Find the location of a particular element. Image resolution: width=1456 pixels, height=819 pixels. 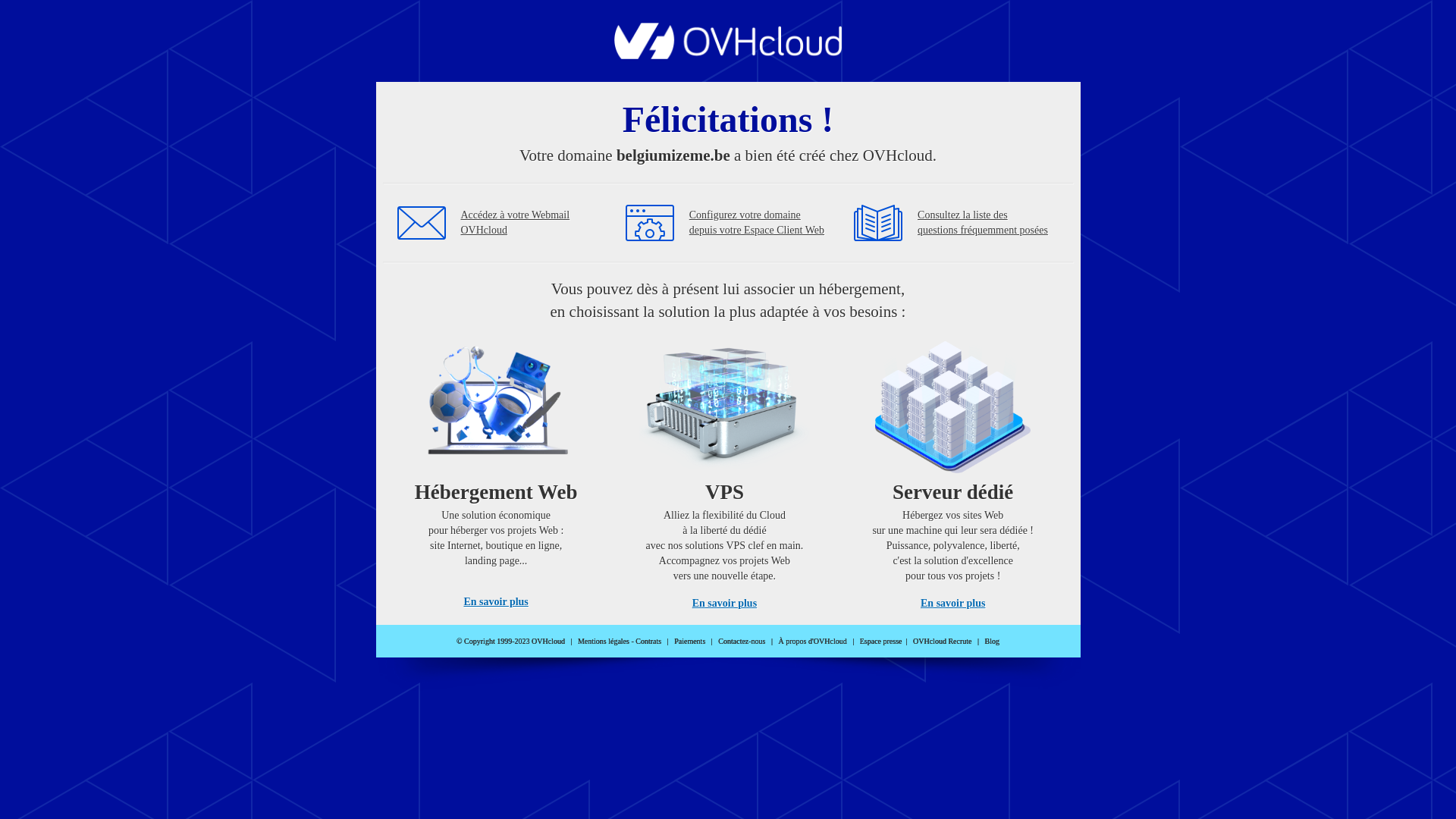

'OVHcloud' is located at coordinates (728, 54).